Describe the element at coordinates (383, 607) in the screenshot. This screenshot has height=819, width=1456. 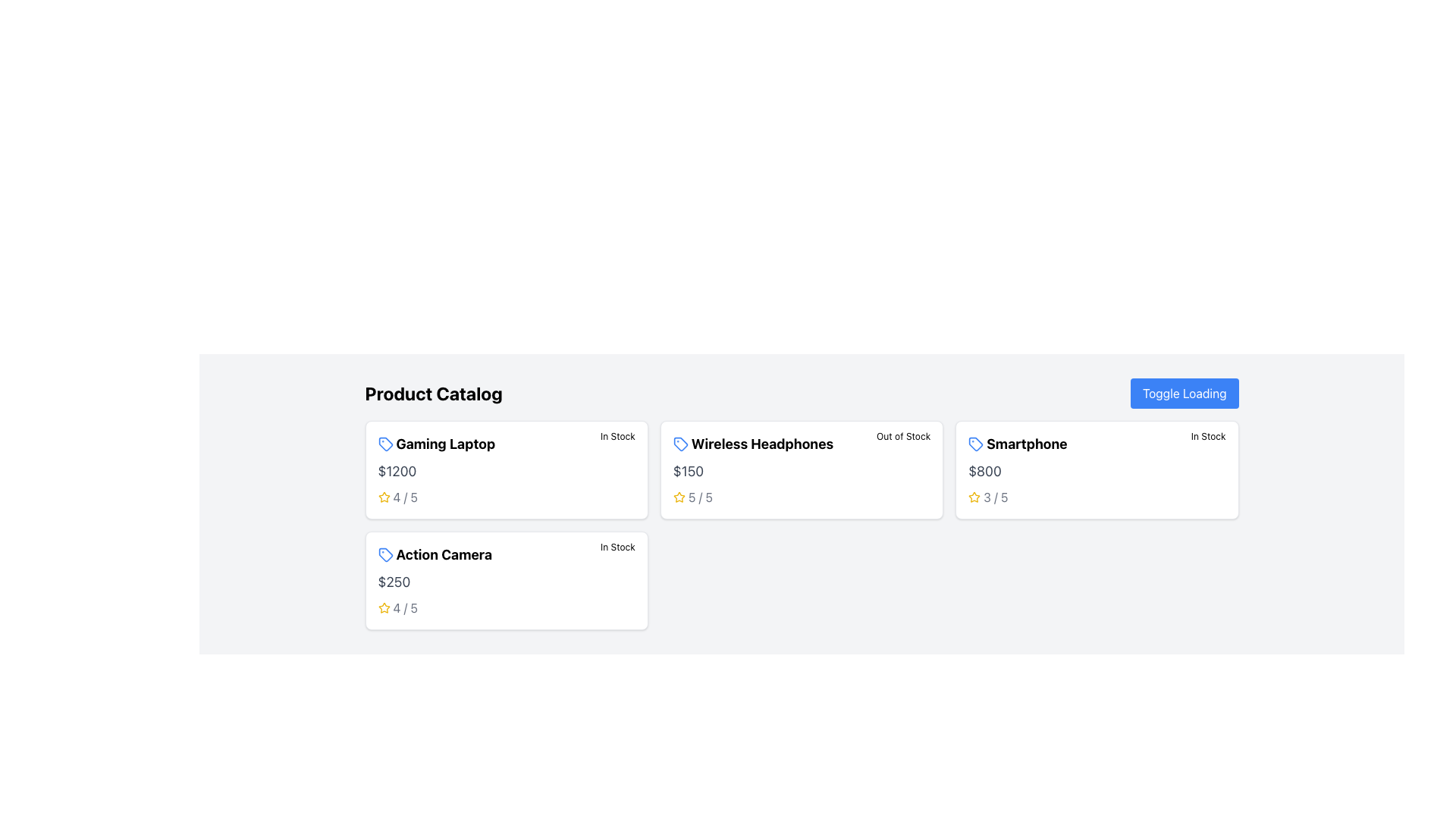
I see `the first gold star icon used for rating in the 'Action Camera' product card located in the bottom-left corner of the product catalog grid` at that location.